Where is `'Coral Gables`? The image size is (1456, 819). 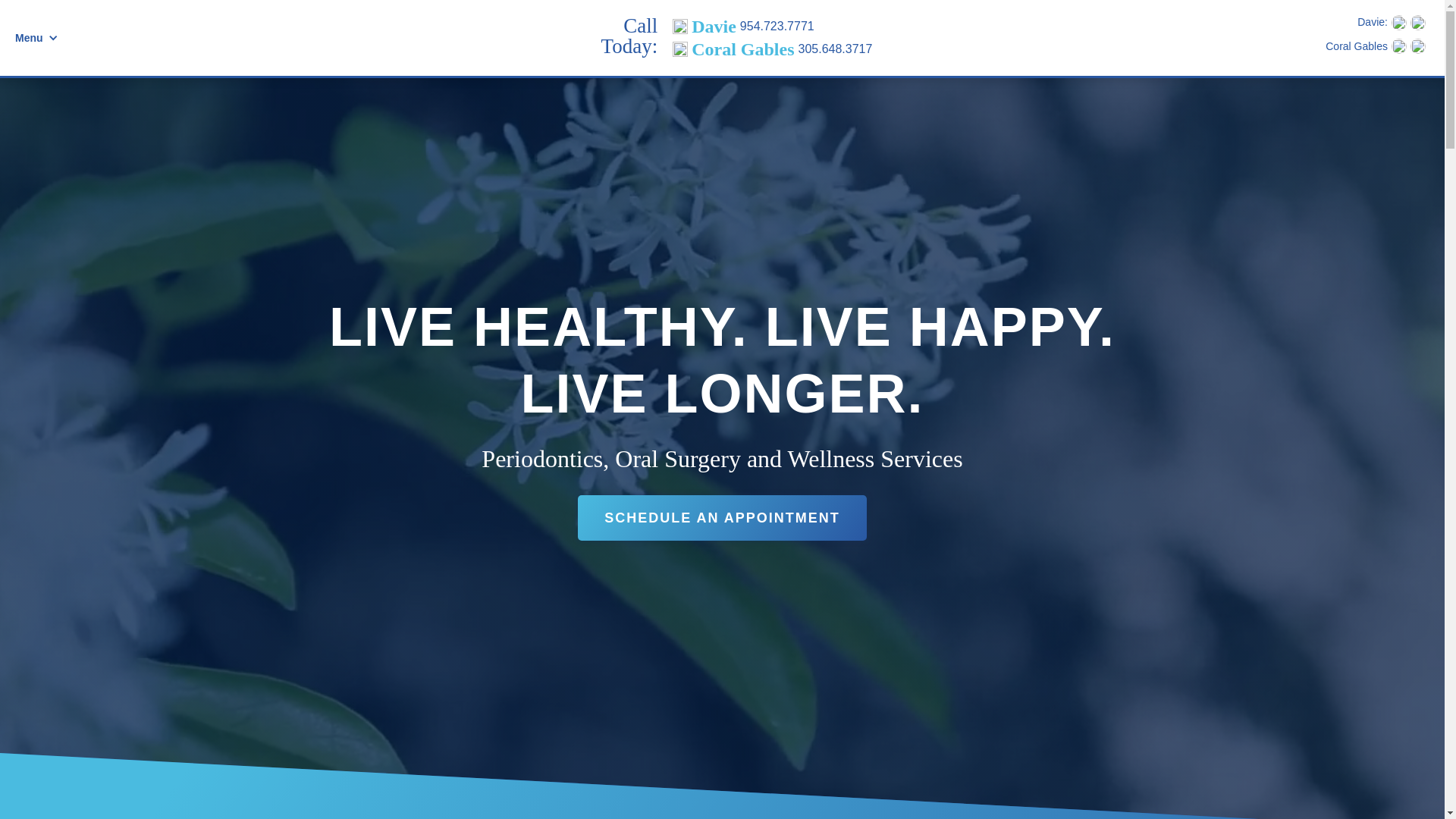
'Coral Gables is located at coordinates (772, 49).